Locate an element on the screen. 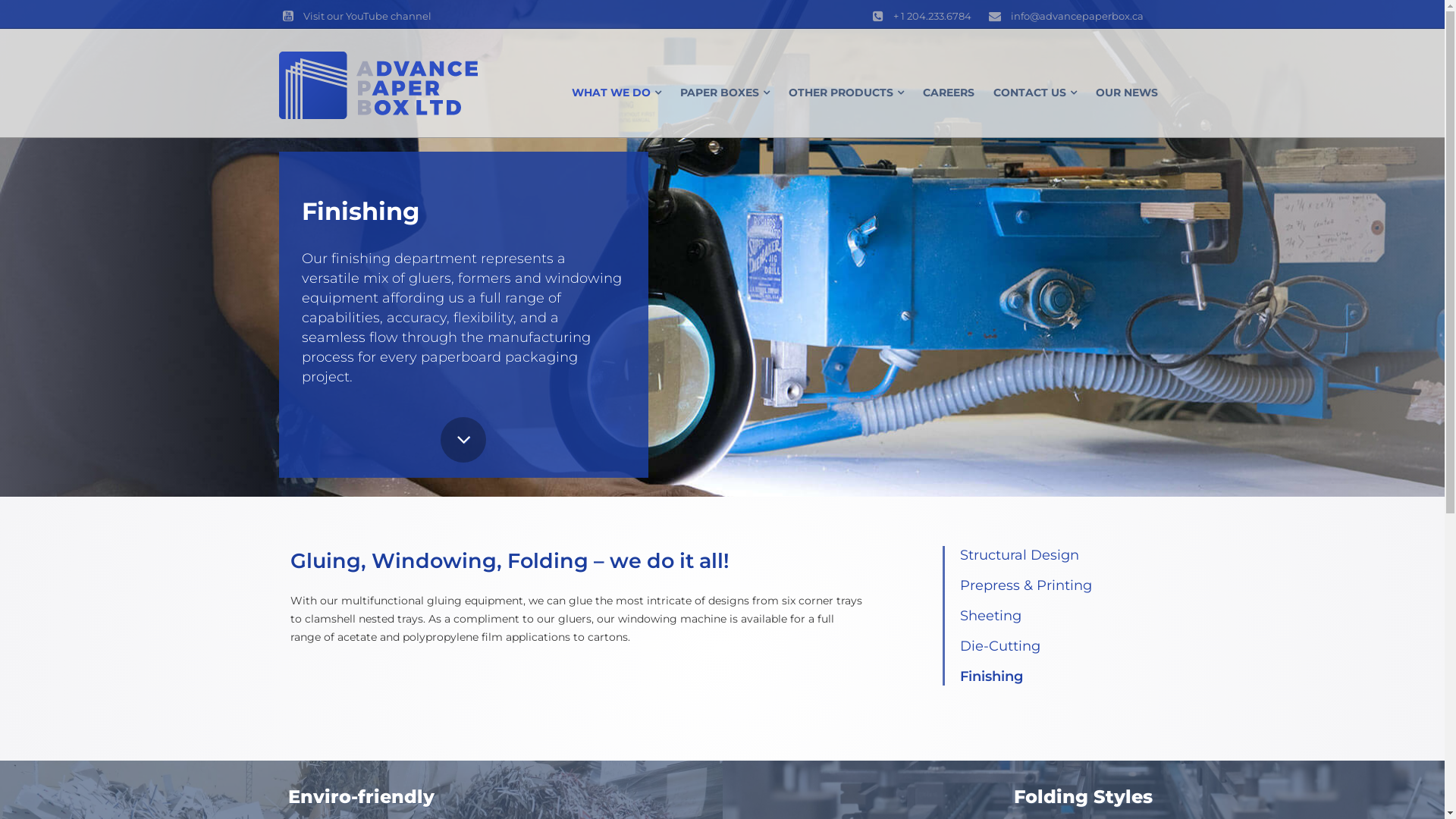  'Visit our YouTube channel' is located at coordinates (354, 14).